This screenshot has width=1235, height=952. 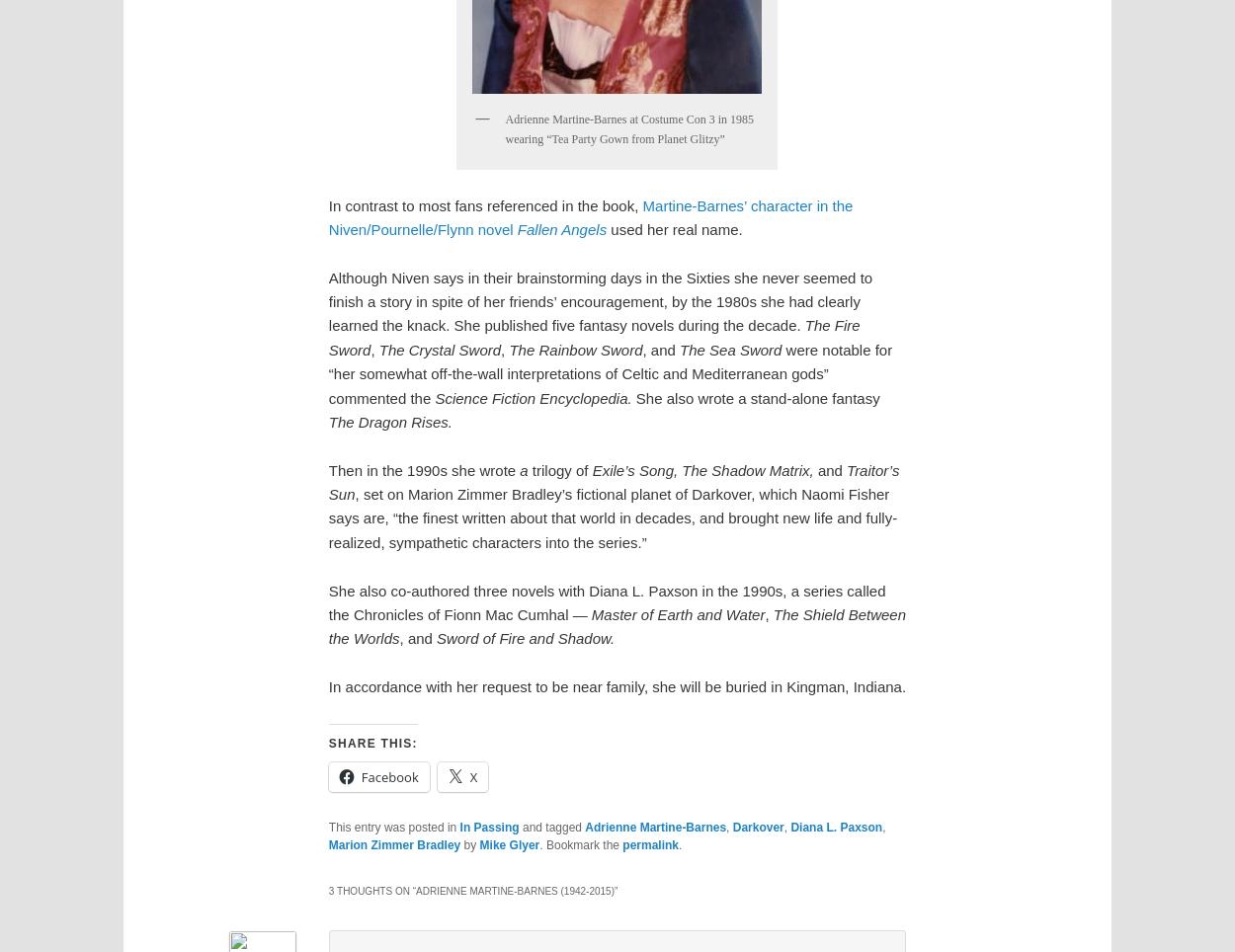 I want to click on 'a', so click(x=522, y=469).